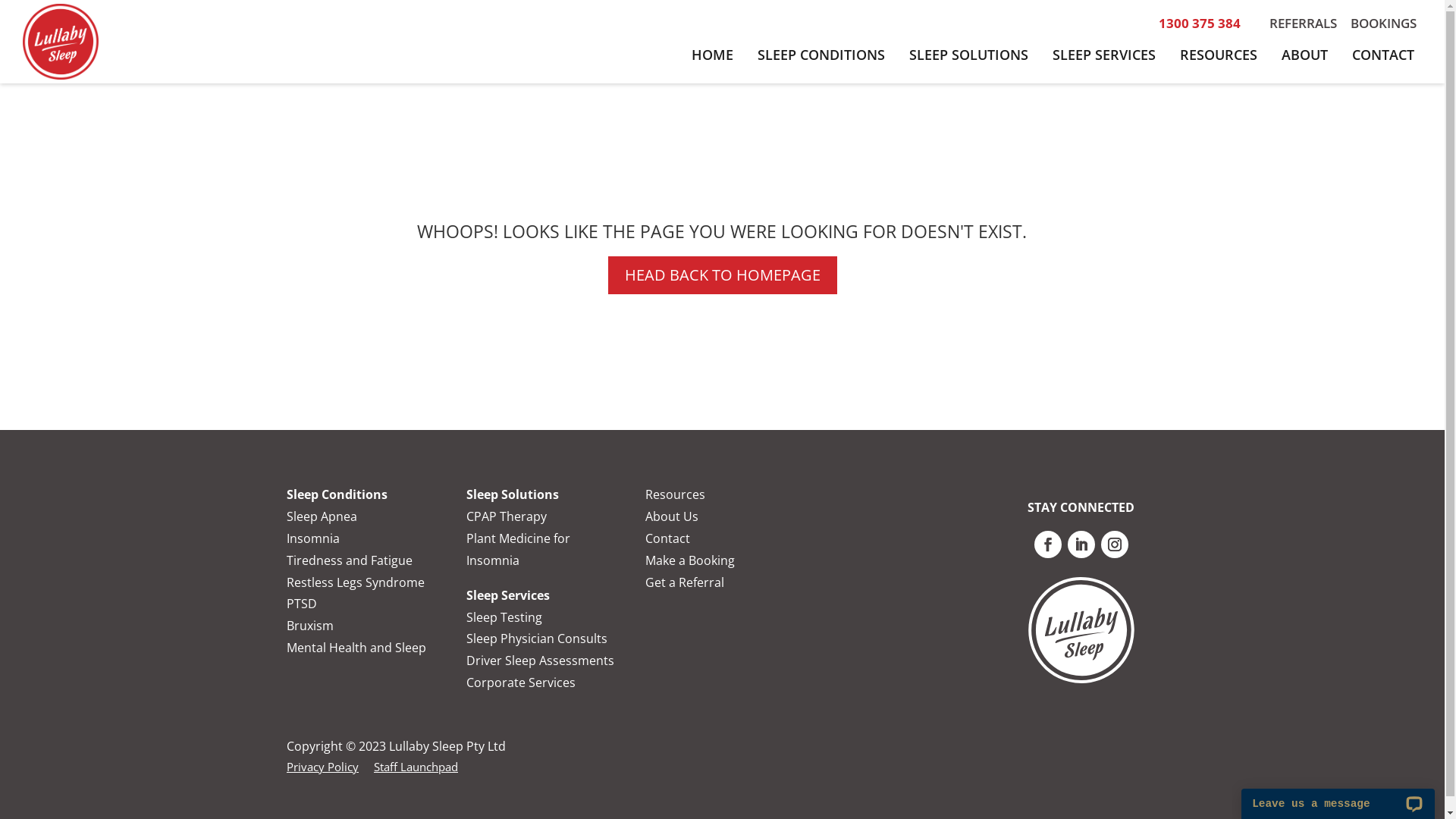 This screenshot has height=819, width=1456. Describe the element at coordinates (518, 549) in the screenshot. I see `'Plant Medicine for Insomnia'` at that location.